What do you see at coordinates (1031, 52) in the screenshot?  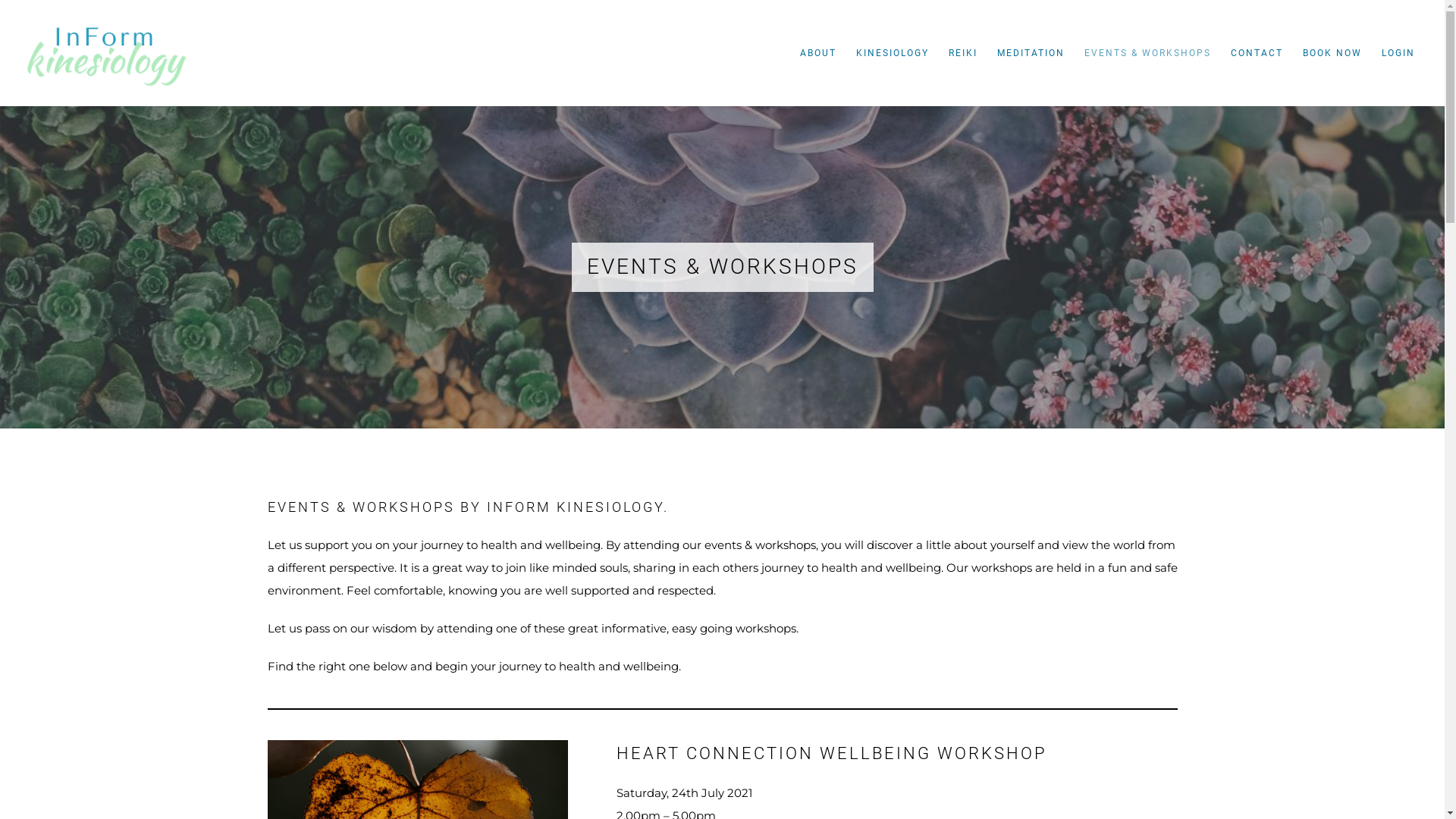 I see `'MEDITATION'` at bounding box center [1031, 52].